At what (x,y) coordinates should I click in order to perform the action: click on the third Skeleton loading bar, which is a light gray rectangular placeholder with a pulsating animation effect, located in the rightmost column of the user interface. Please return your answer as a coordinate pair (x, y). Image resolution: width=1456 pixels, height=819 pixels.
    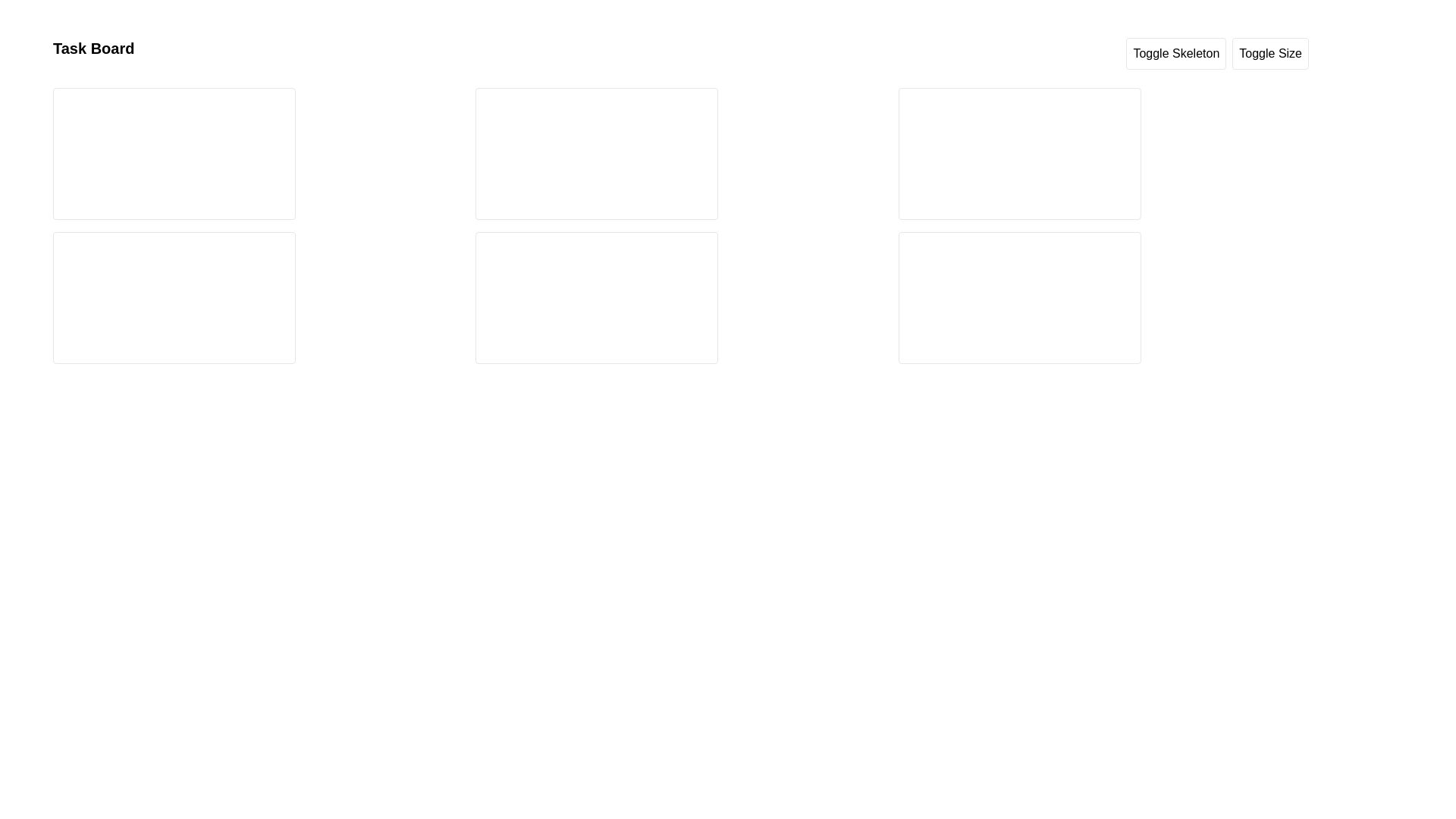
    Looking at the image, I should click on (983, 198).